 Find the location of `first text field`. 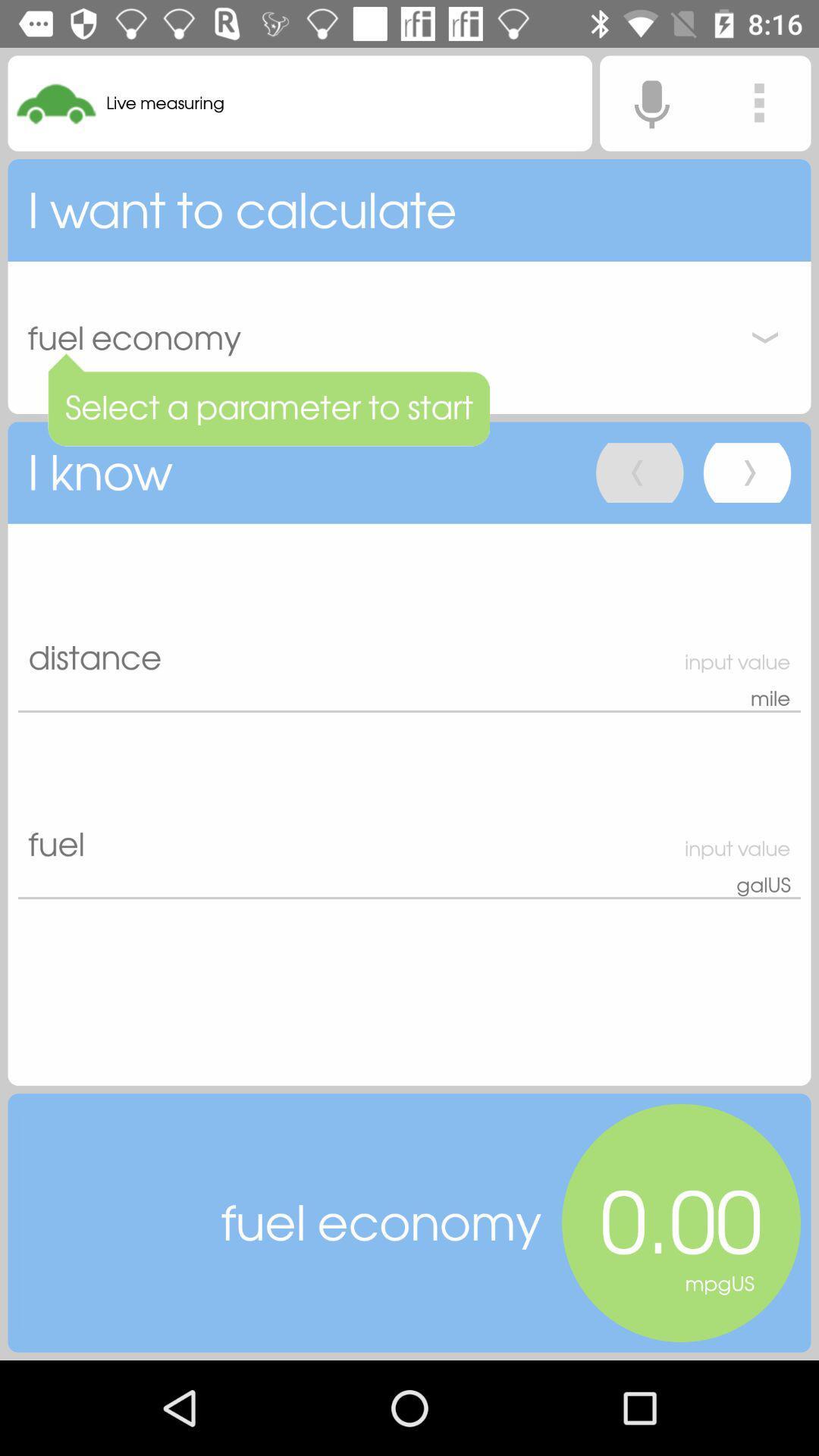

first text field is located at coordinates (409, 618).